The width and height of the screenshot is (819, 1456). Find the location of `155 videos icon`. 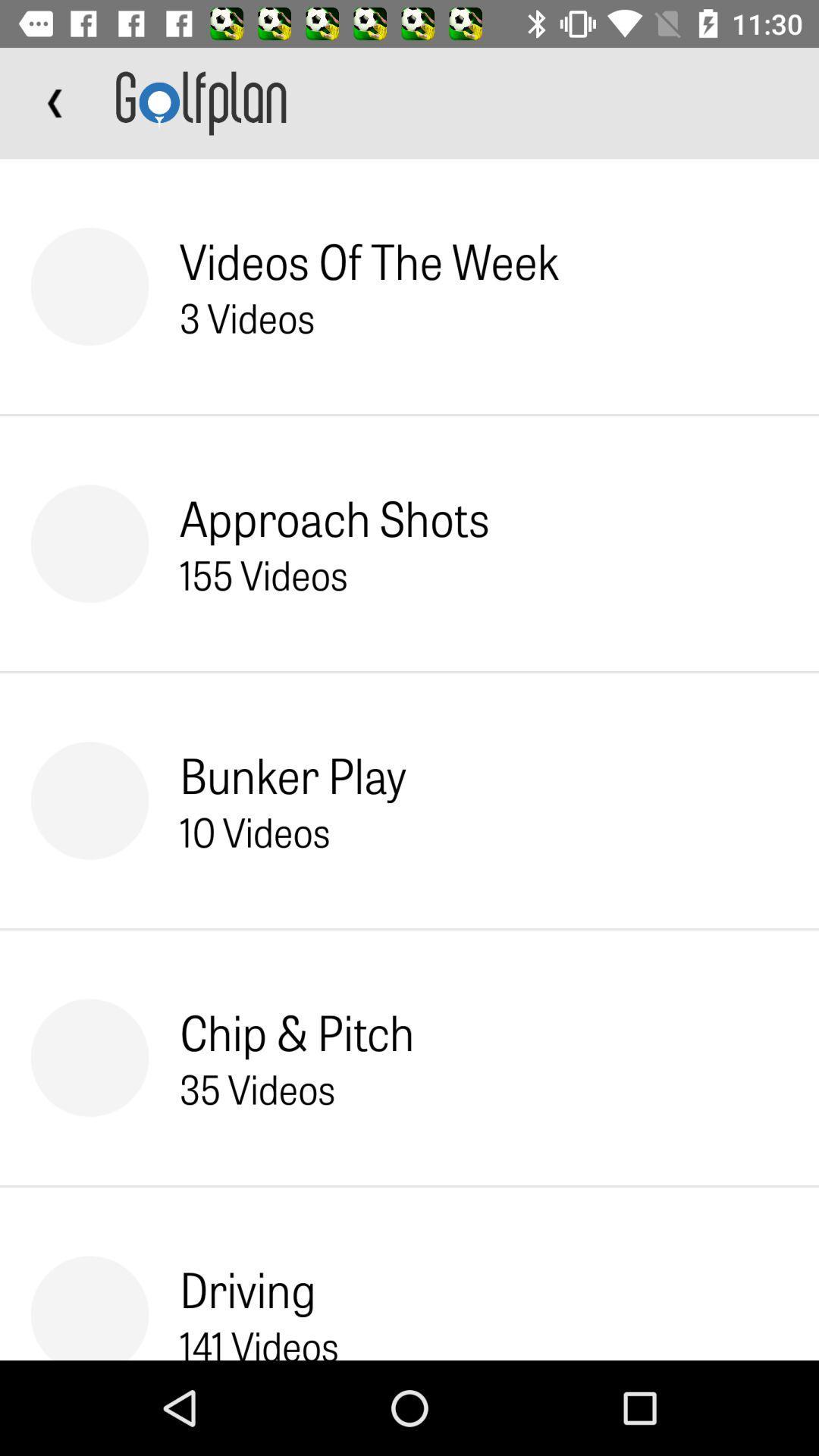

155 videos icon is located at coordinates (262, 573).